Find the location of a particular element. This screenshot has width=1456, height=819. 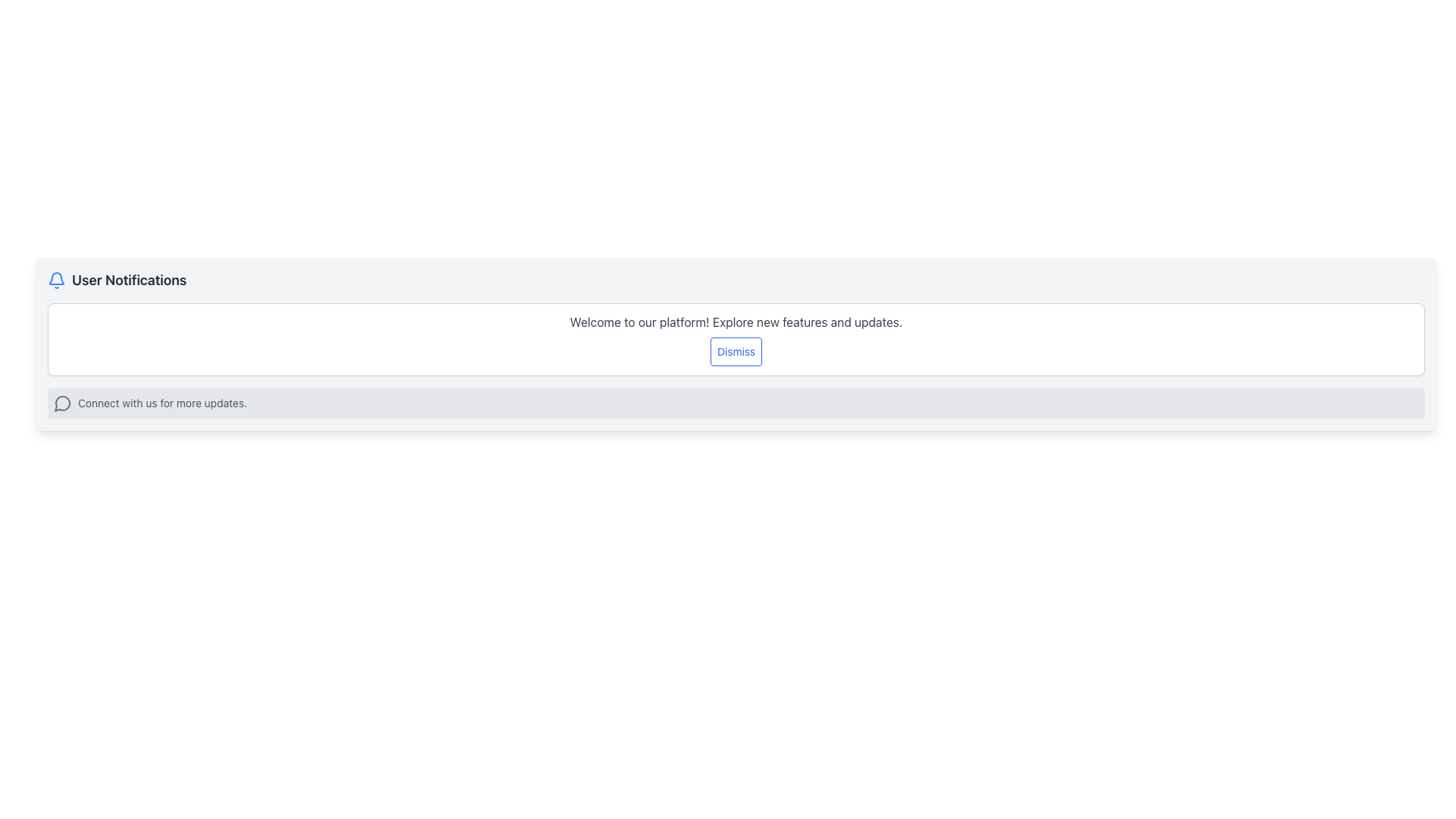

the informational text label encouraging users to connect for updates, which is the rightmost element in a horizontally-arranged group next to the message icon is located at coordinates (162, 403).